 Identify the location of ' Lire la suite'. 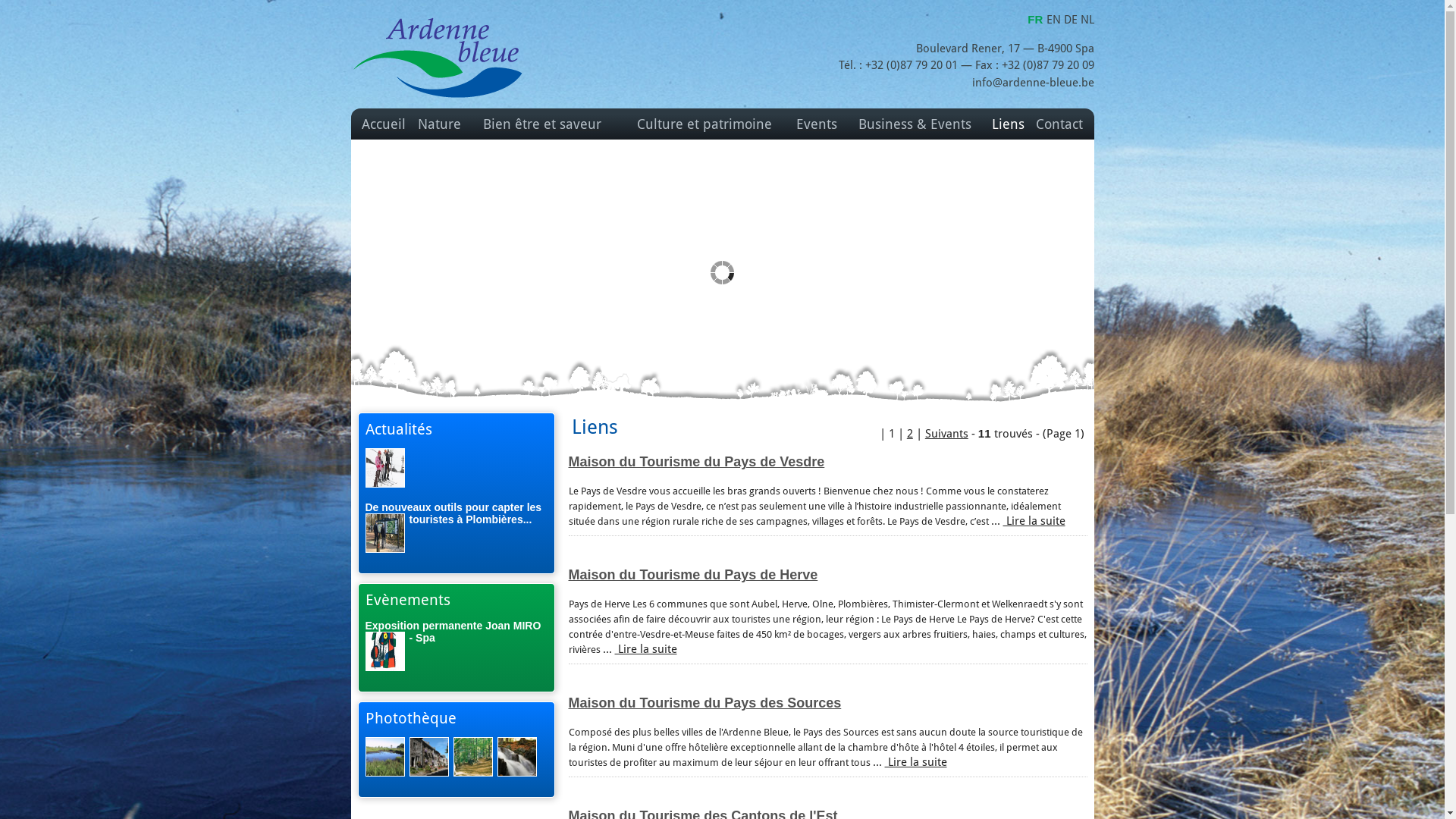
(914, 762).